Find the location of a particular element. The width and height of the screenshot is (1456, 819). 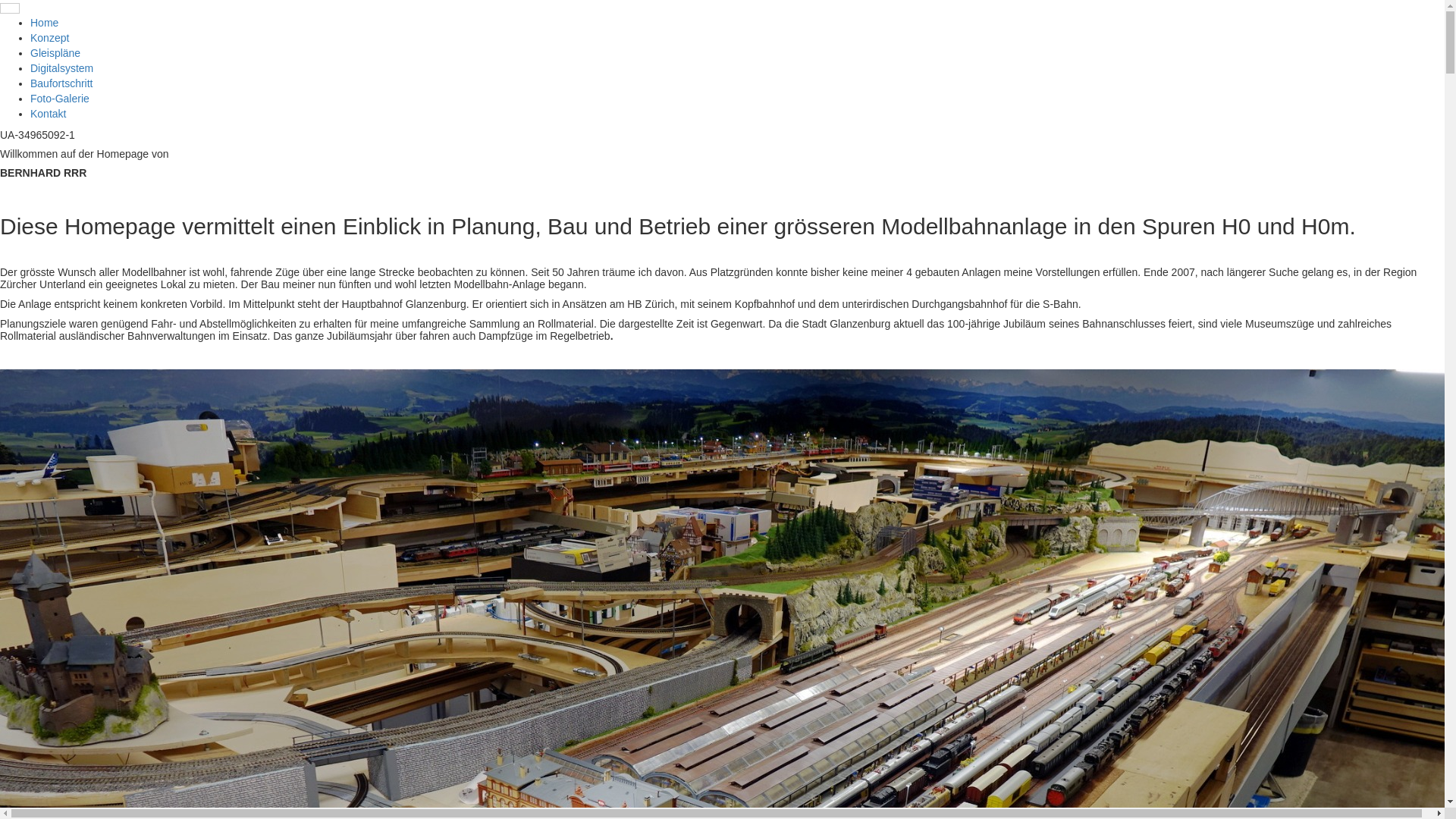

'Foto-Galerie' is located at coordinates (59, 99).